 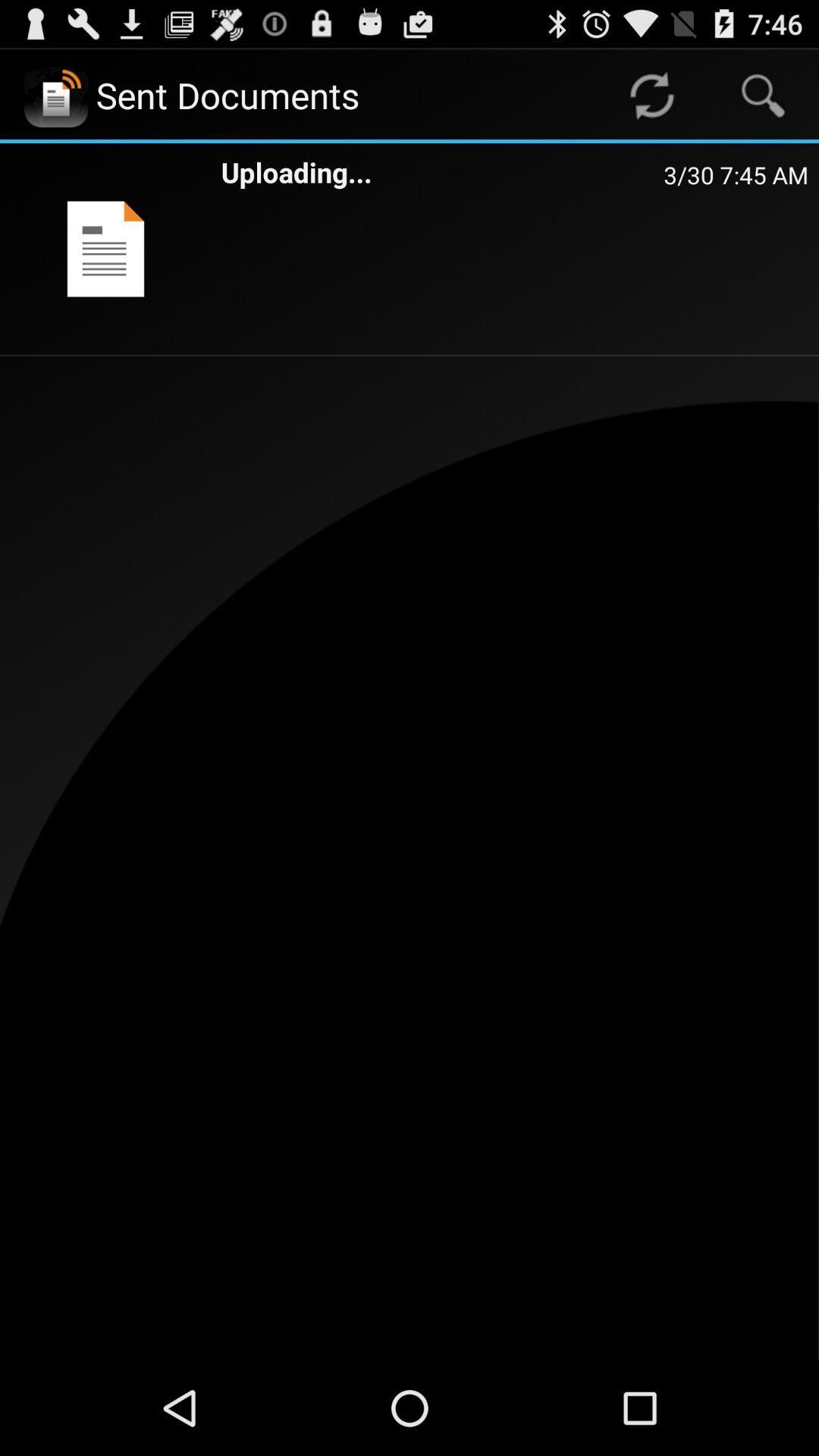 I want to click on icon next to uploading... app, so click(x=105, y=249).